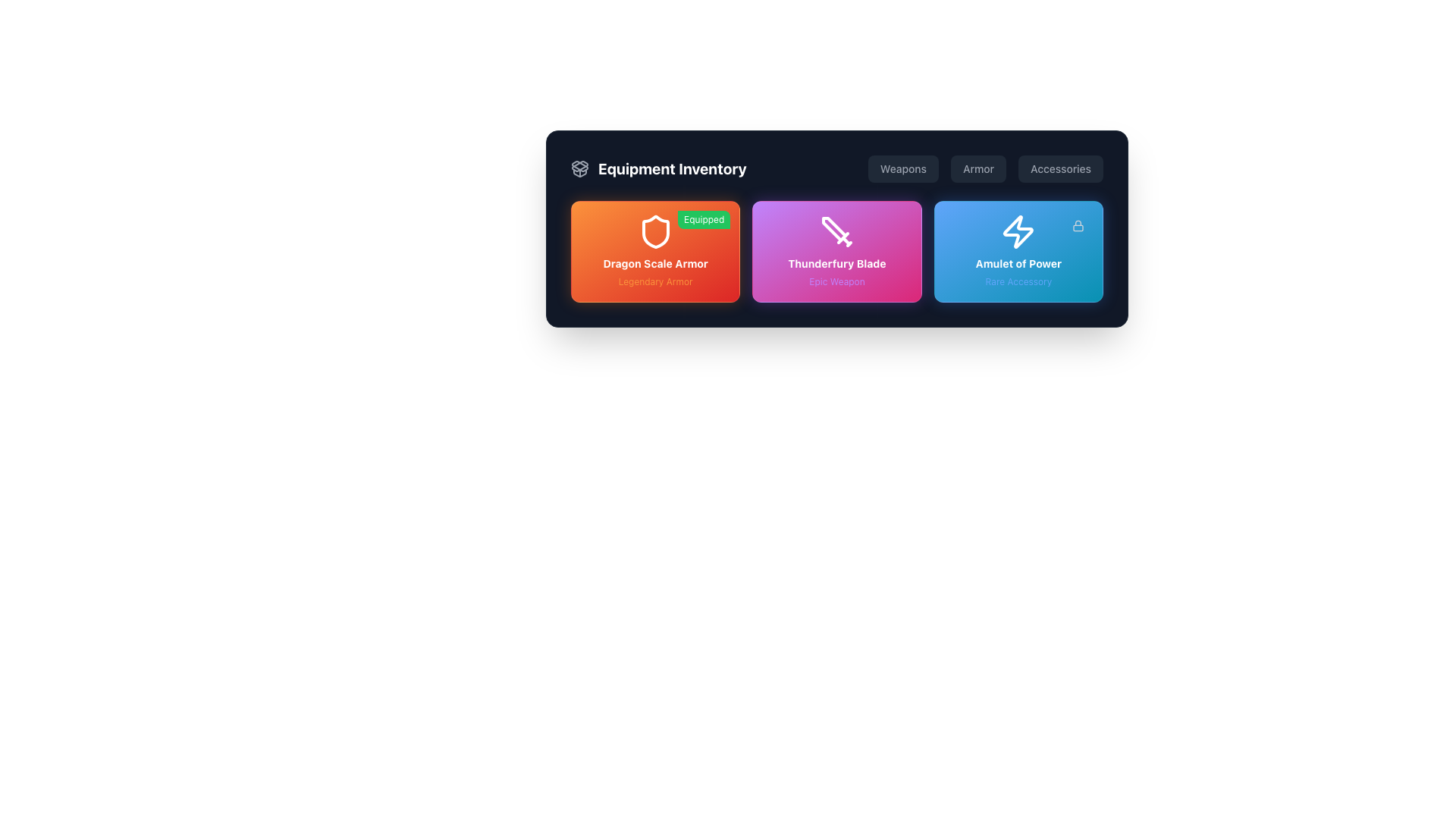 The height and width of the screenshot is (819, 1456). I want to click on the locked Amulet of Power icon located at the top-right corner of the Amulet of Power card, adjacent to the lightning bolt graphic, so click(1077, 225).